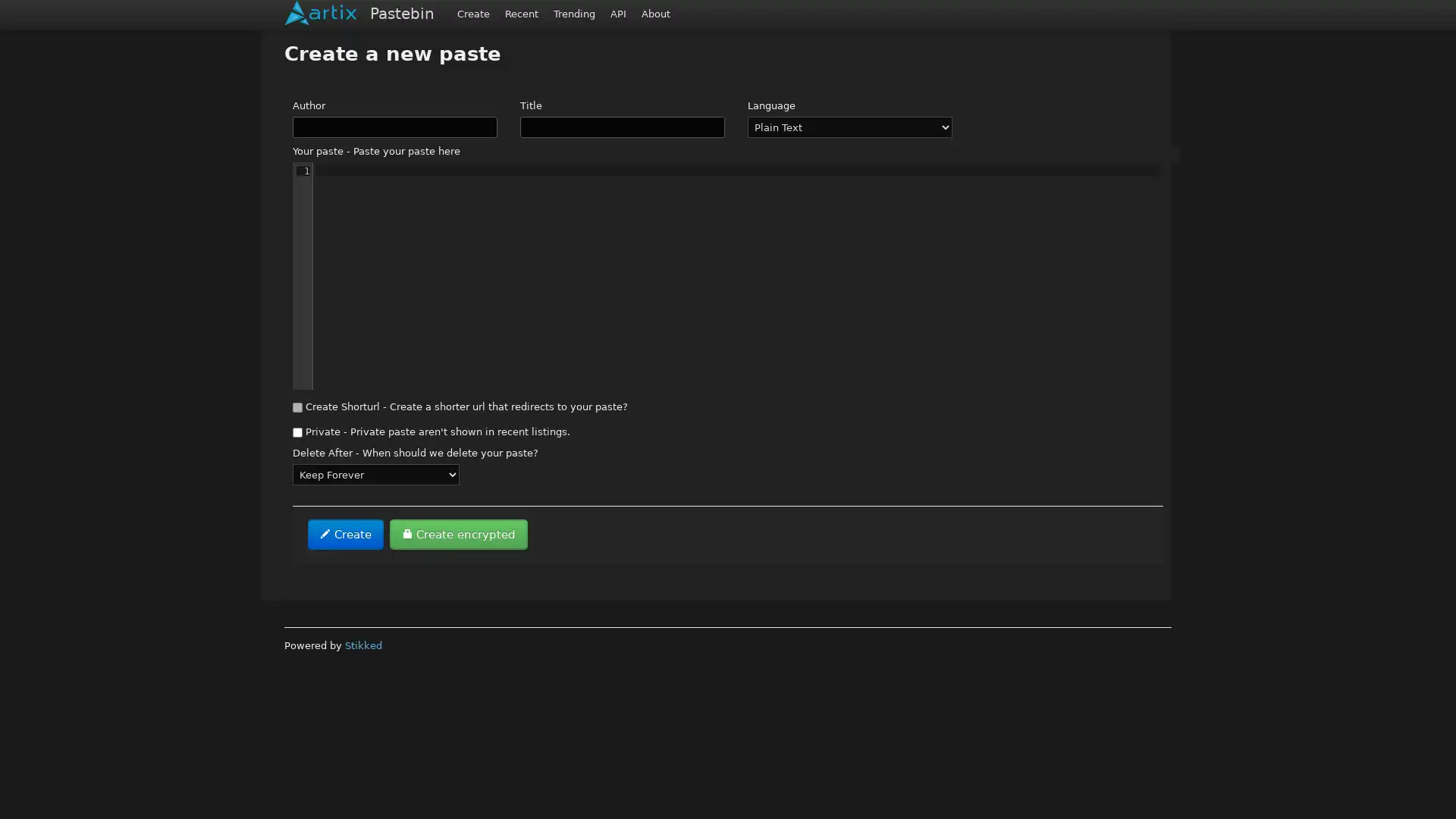 The image size is (1456, 819). Describe the element at coordinates (345, 534) in the screenshot. I see `Create` at that location.